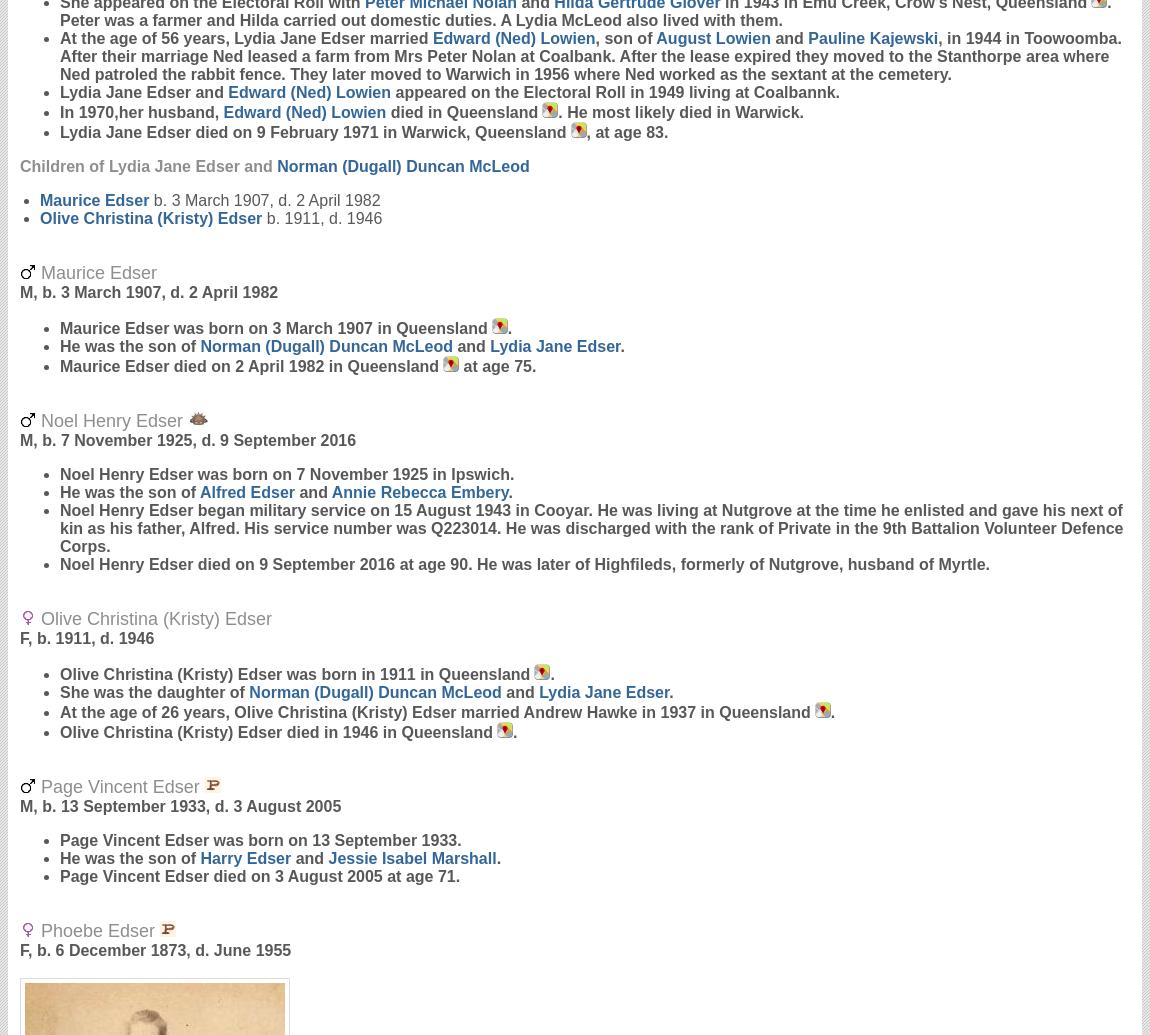 Image resolution: width=1150 pixels, height=1035 pixels. Describe the element at coordinates (187, 440) in the screenshot. I see `'M, b. 7 November 1925, d. 9 September 2016'` at that location.